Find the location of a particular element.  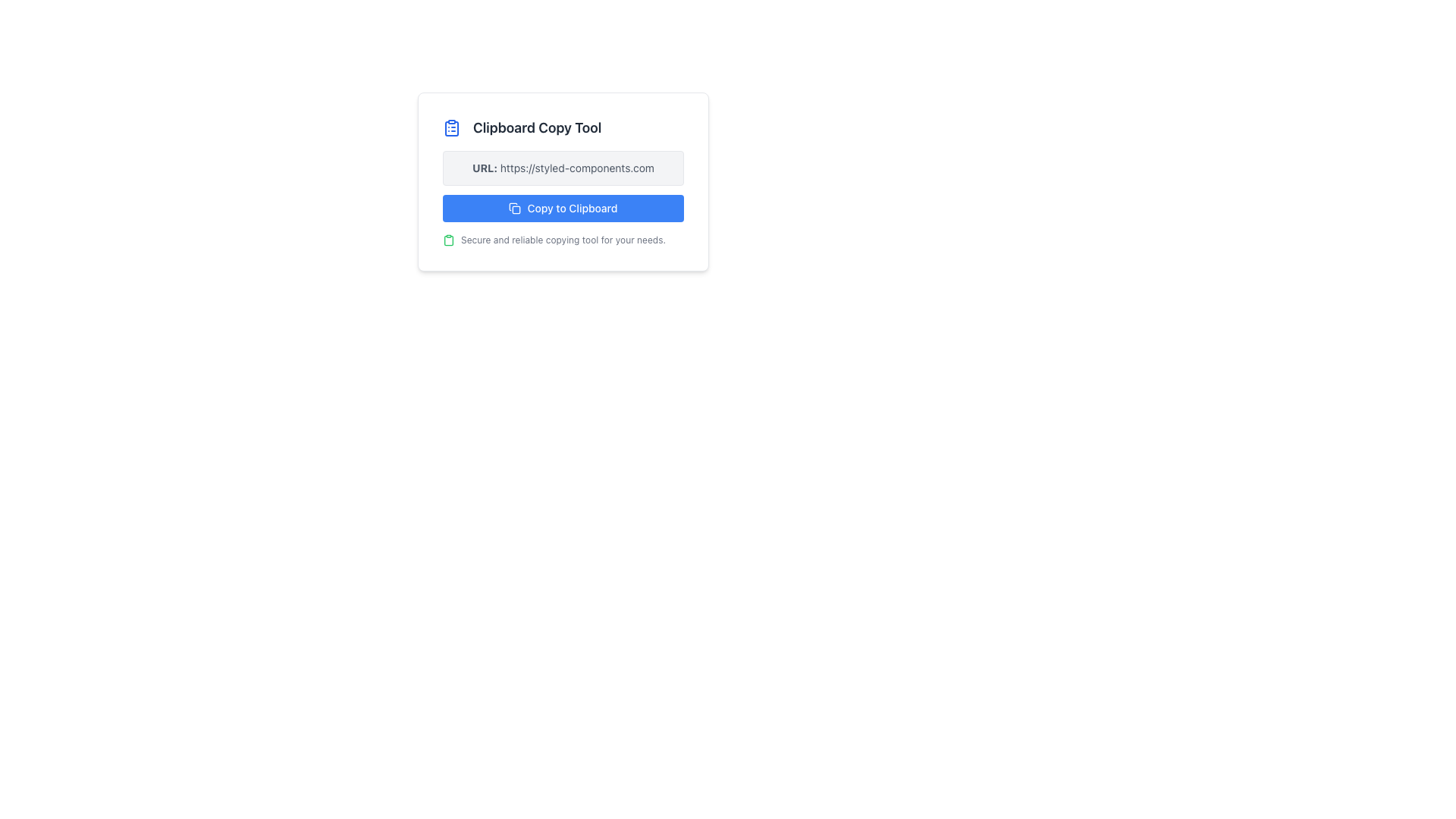

the Text Label with Icon that reads 'Secure and reliable copying tool for your needs.' which is located below the 'Copy to Clipboard' button, horizontally centered and aligned with other elements is located at coordinates (563, 239).